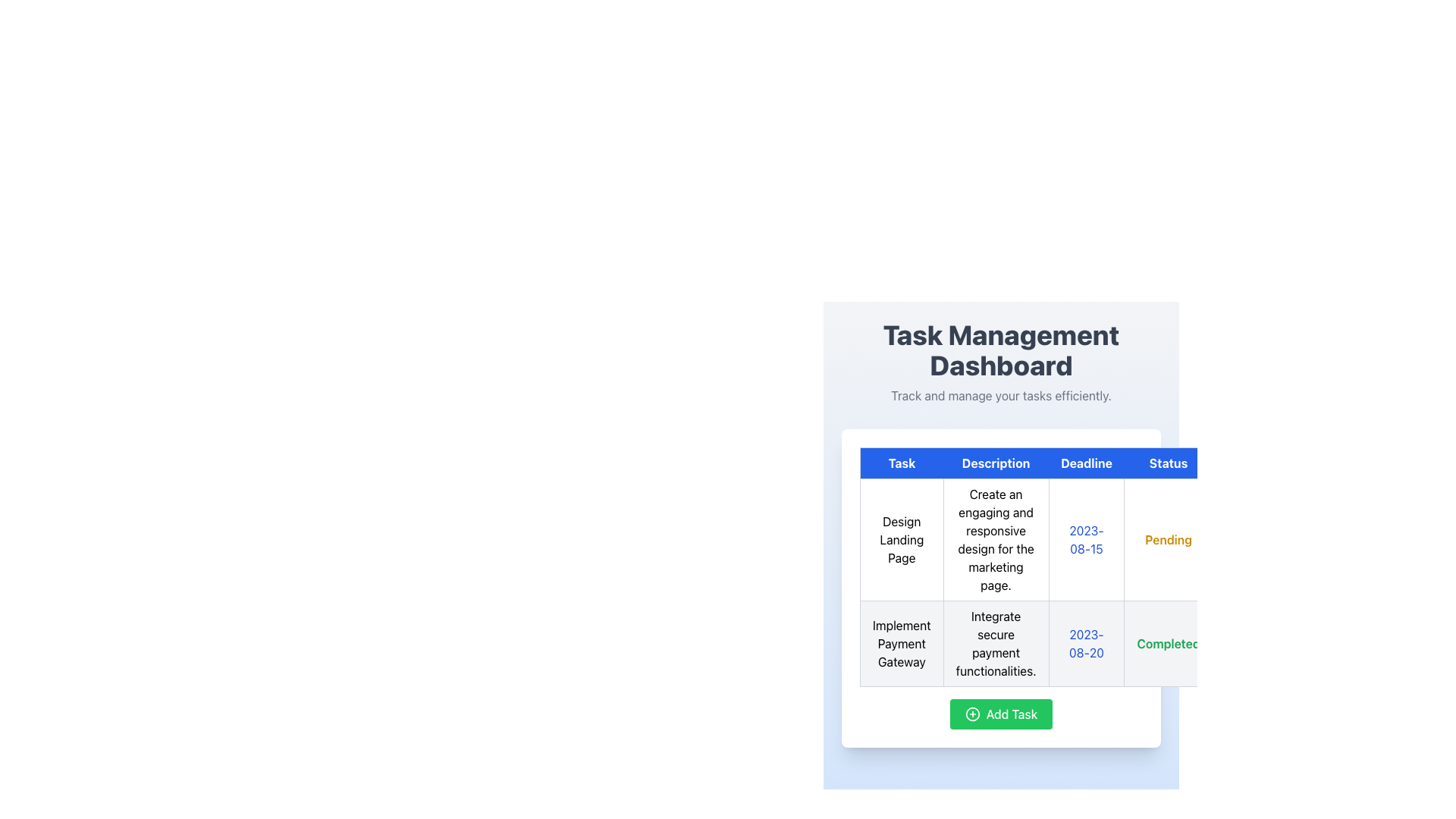 The image size is (1456, 819). What do you see at coordinates (972, 714) in the screenshot?
I see `the 'Add Task' button icon, which is a green plus symbol within a circular outline, to observe any hover effects` at bounding box center [972, 714].